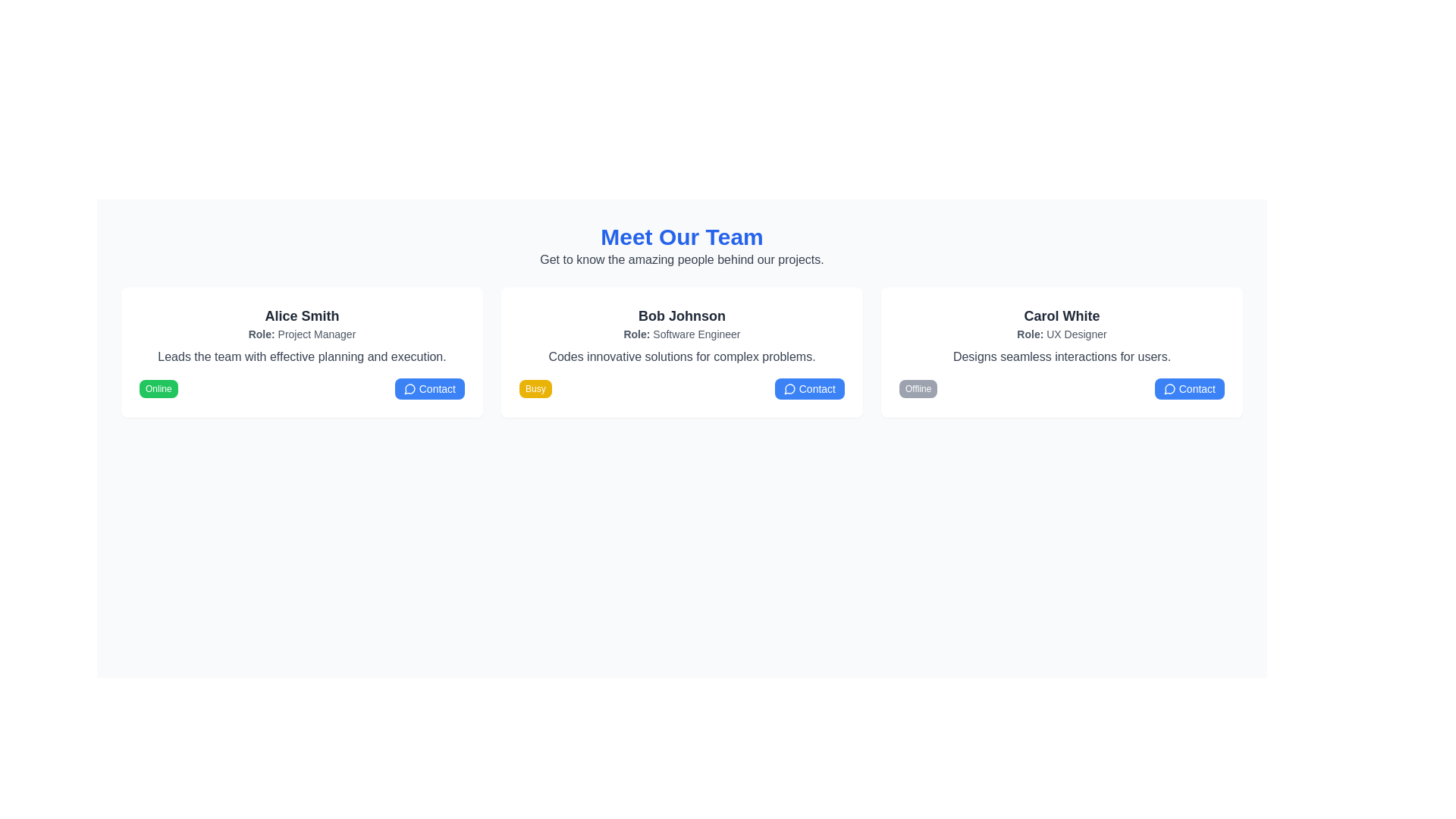 The width and height of the screenshot is (1456, 819). What do you see at coordinates (302, 315) in the screenshot?
I see `text label displaying 'Alice Smith' located at the top of the leftmost card above the text 'Role: Project Manager.'` at bounding box center [302, 315].